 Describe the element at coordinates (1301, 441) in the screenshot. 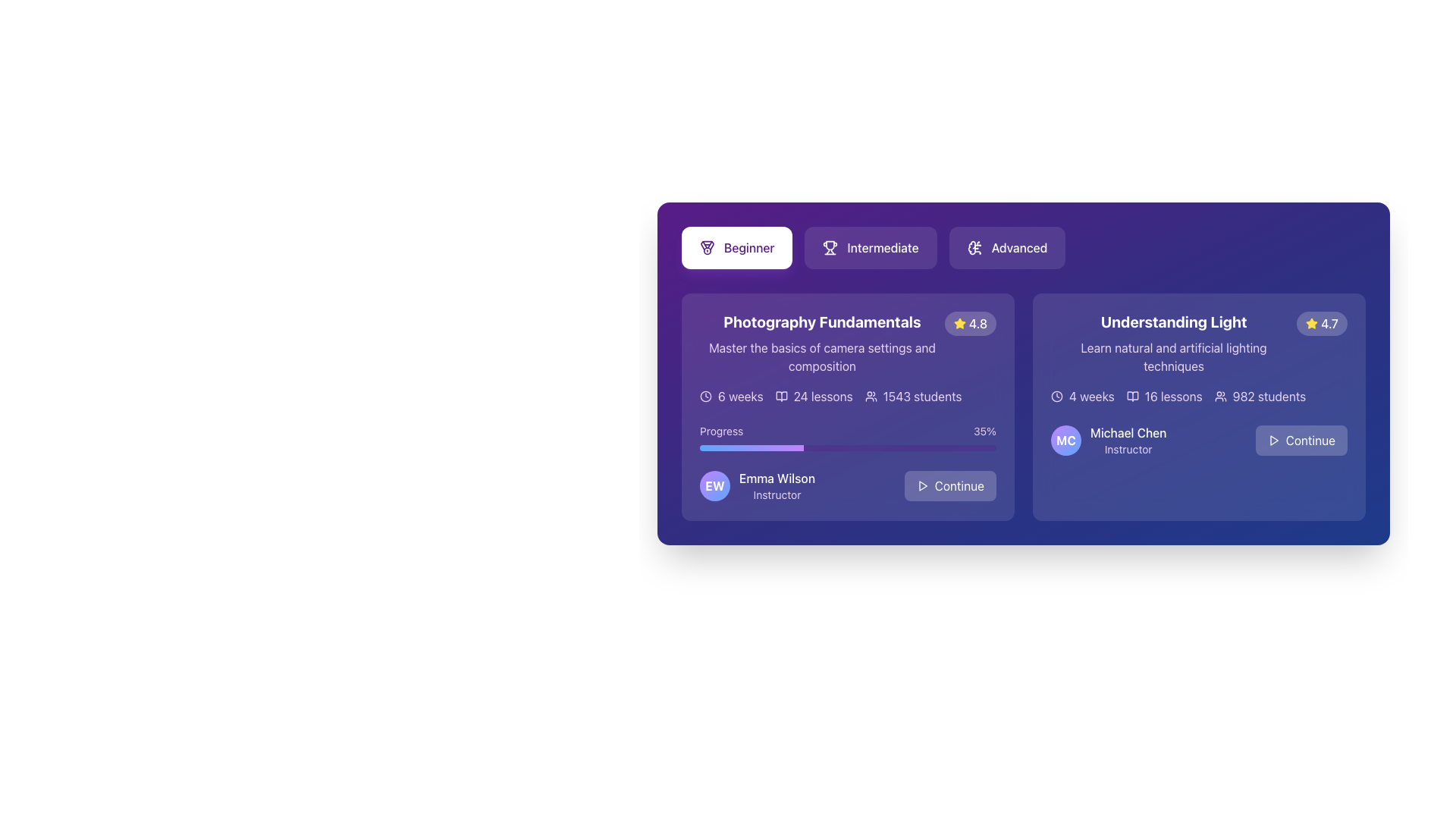

I see `the continuation button located at the bottom-right of the card for 'Understanding Light' associated with 'Michael Chen' to potentially reveal additional visual feedback` at that location.